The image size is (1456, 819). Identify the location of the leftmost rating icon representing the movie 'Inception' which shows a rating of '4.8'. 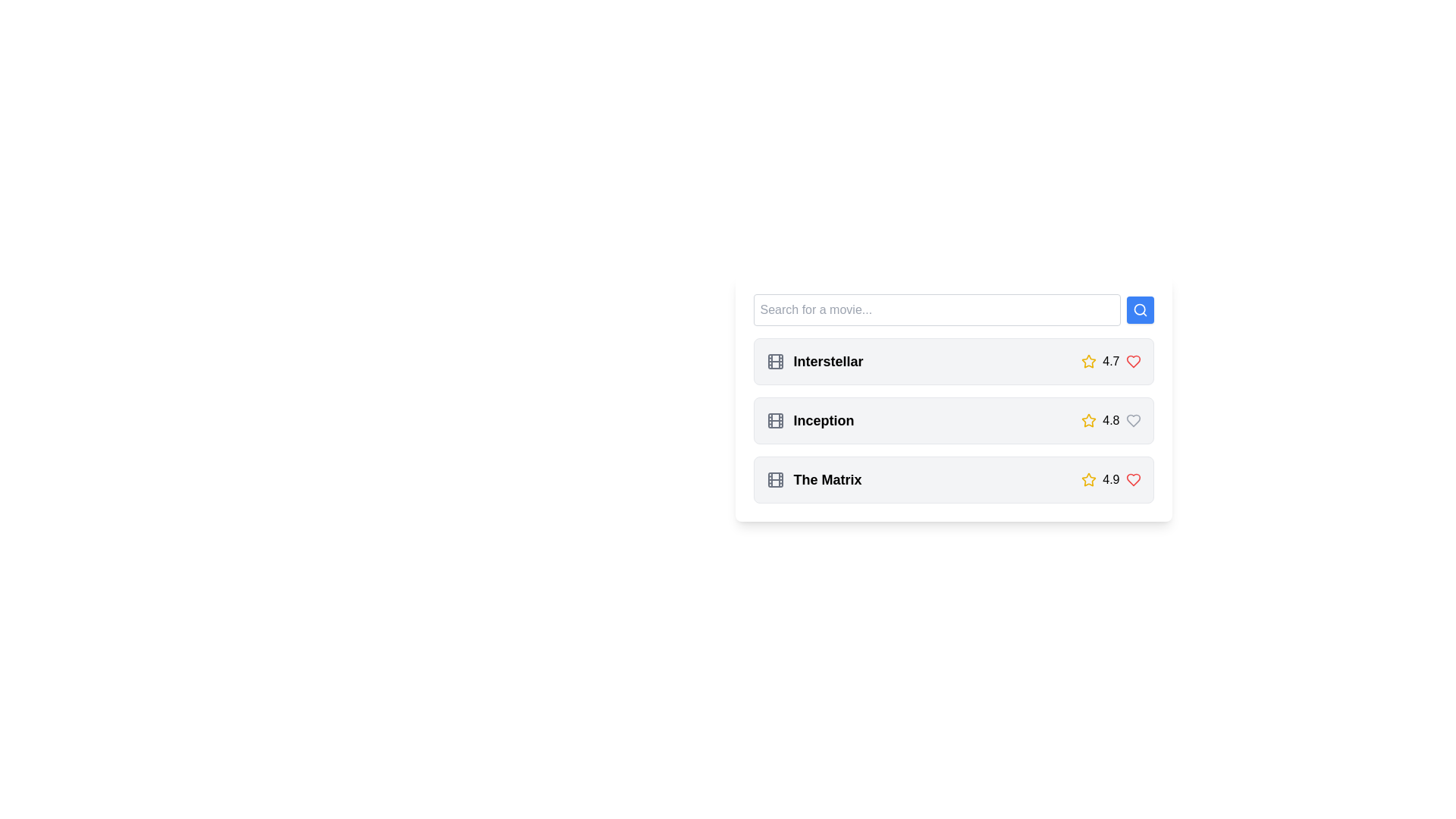
(1088, 421).